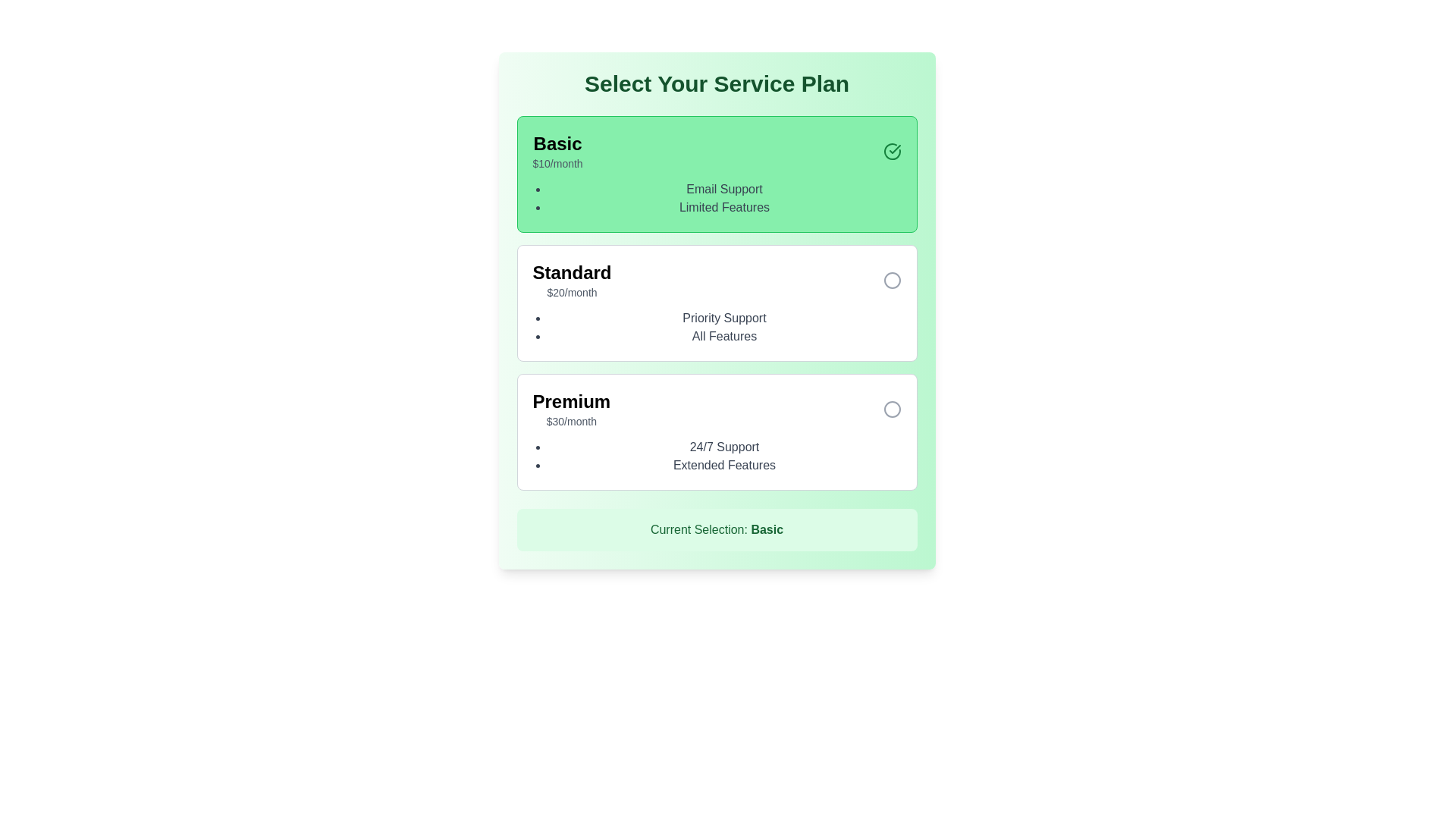 This screenshot has width=1456, height=819. I want to click on the text list element containing 'Email Support' and 'Limited Features' within the green background of the 'Basic' service plan section, so click(716, 198).